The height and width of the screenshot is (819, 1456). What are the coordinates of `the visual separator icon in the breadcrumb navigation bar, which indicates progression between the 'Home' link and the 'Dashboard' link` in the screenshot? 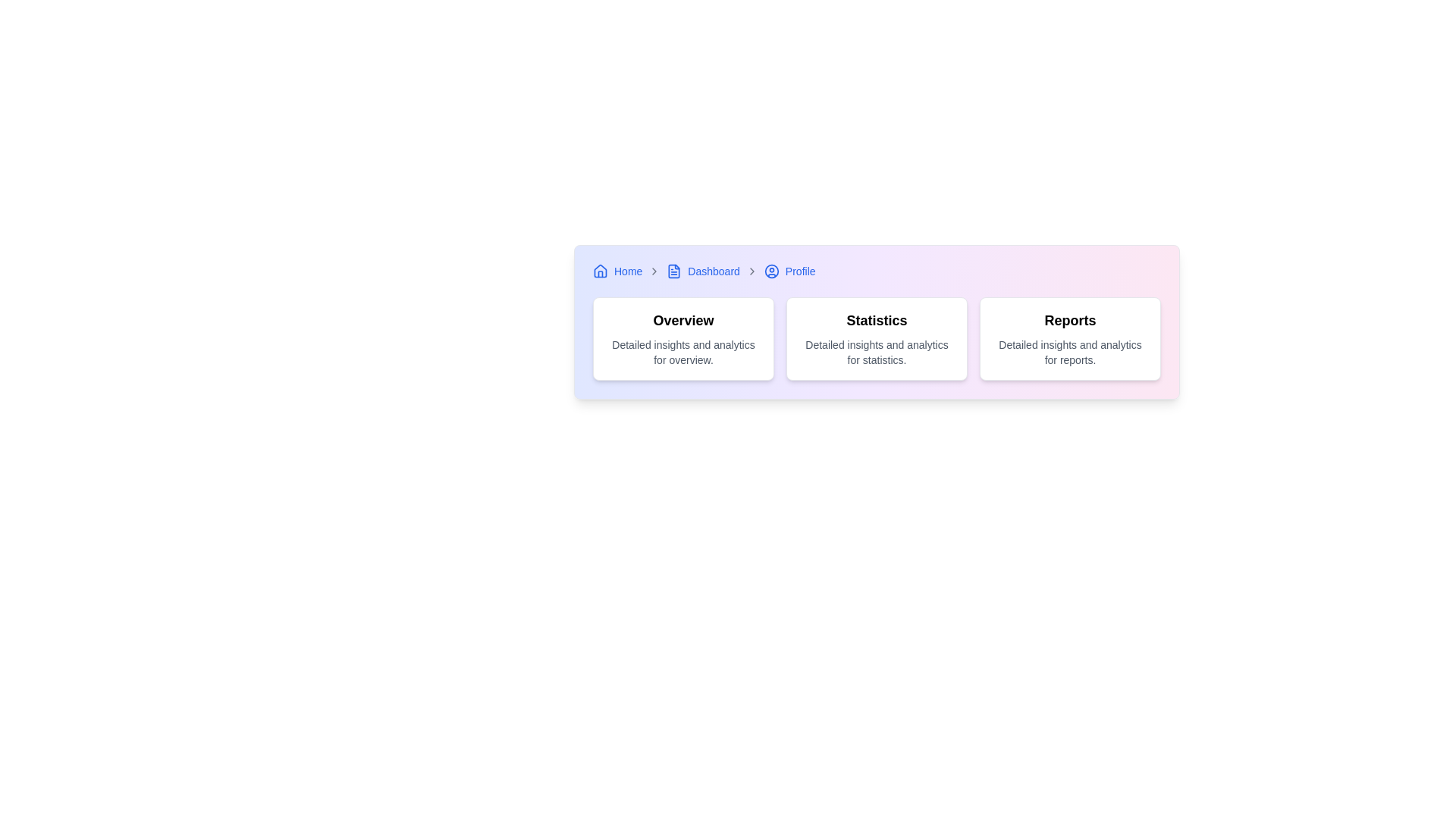 It's located at (654, 271).